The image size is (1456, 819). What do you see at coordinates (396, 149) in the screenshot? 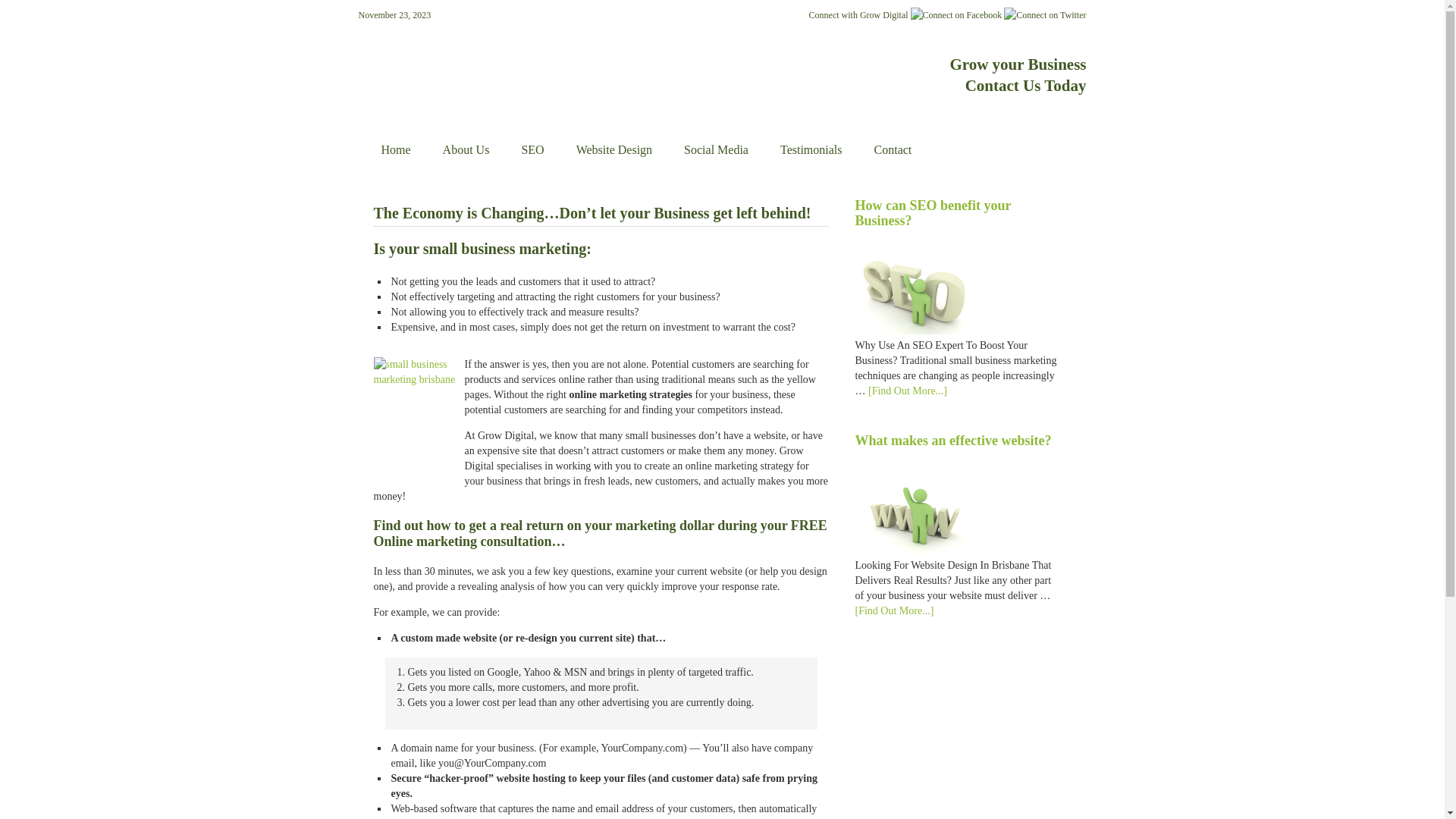
I see `'Home'` at bounding box center [396, 149].